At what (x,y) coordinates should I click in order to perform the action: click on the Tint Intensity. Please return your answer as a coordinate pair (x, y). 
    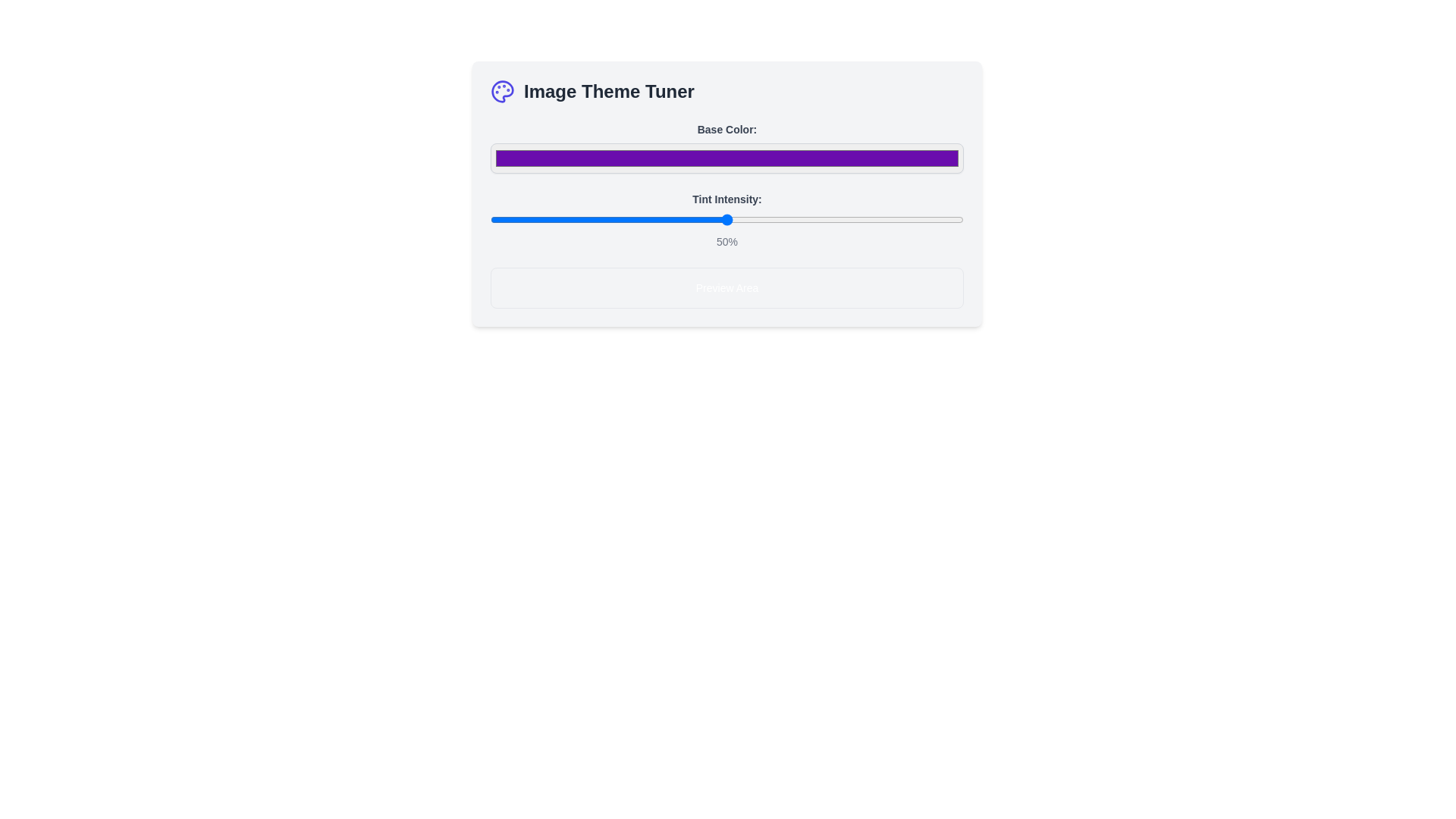
    Looking at the image, I should click on (779, 219).